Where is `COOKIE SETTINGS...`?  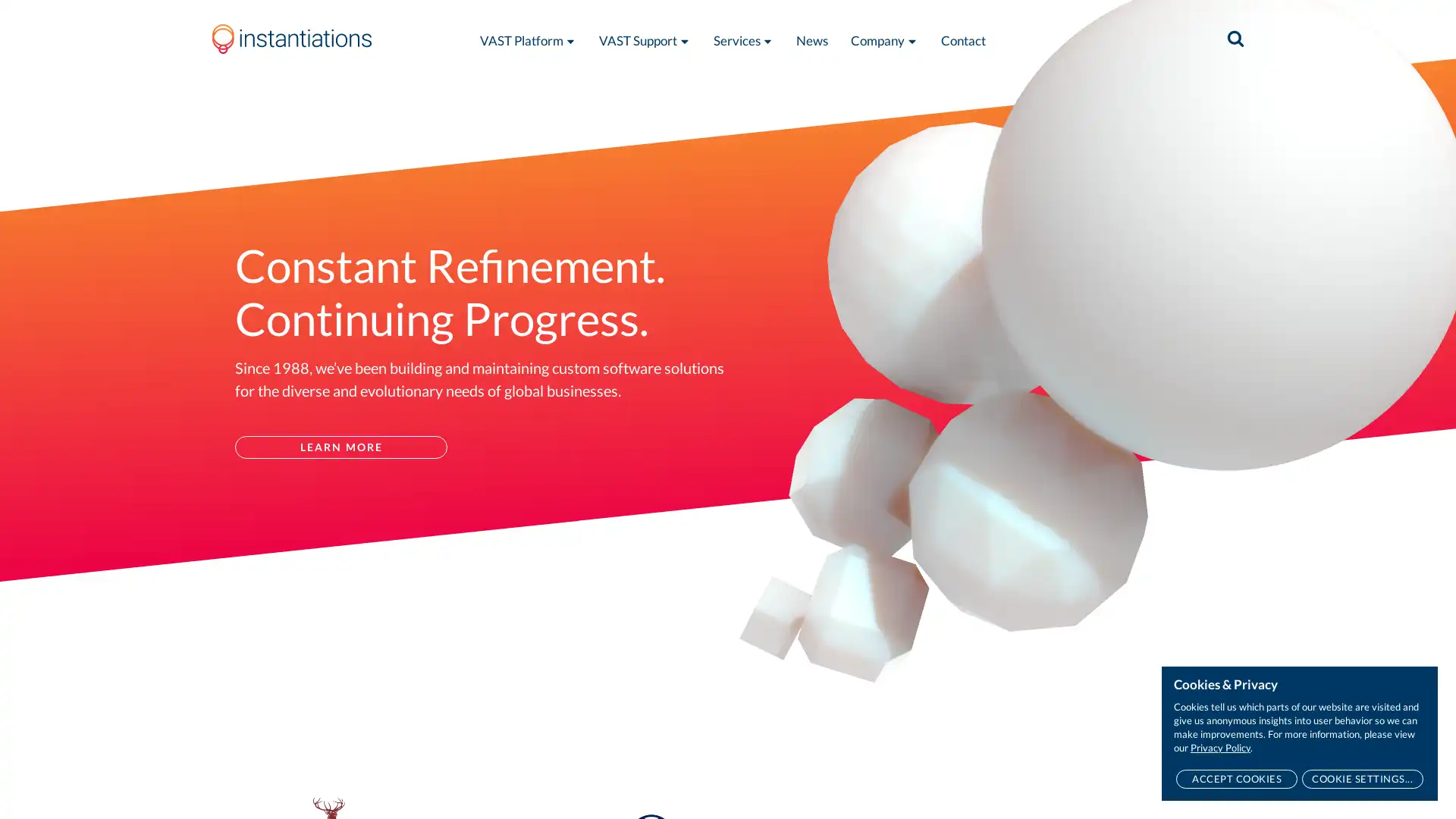
COOKIE SETTINGS... is located at coordinates (1362, 779).